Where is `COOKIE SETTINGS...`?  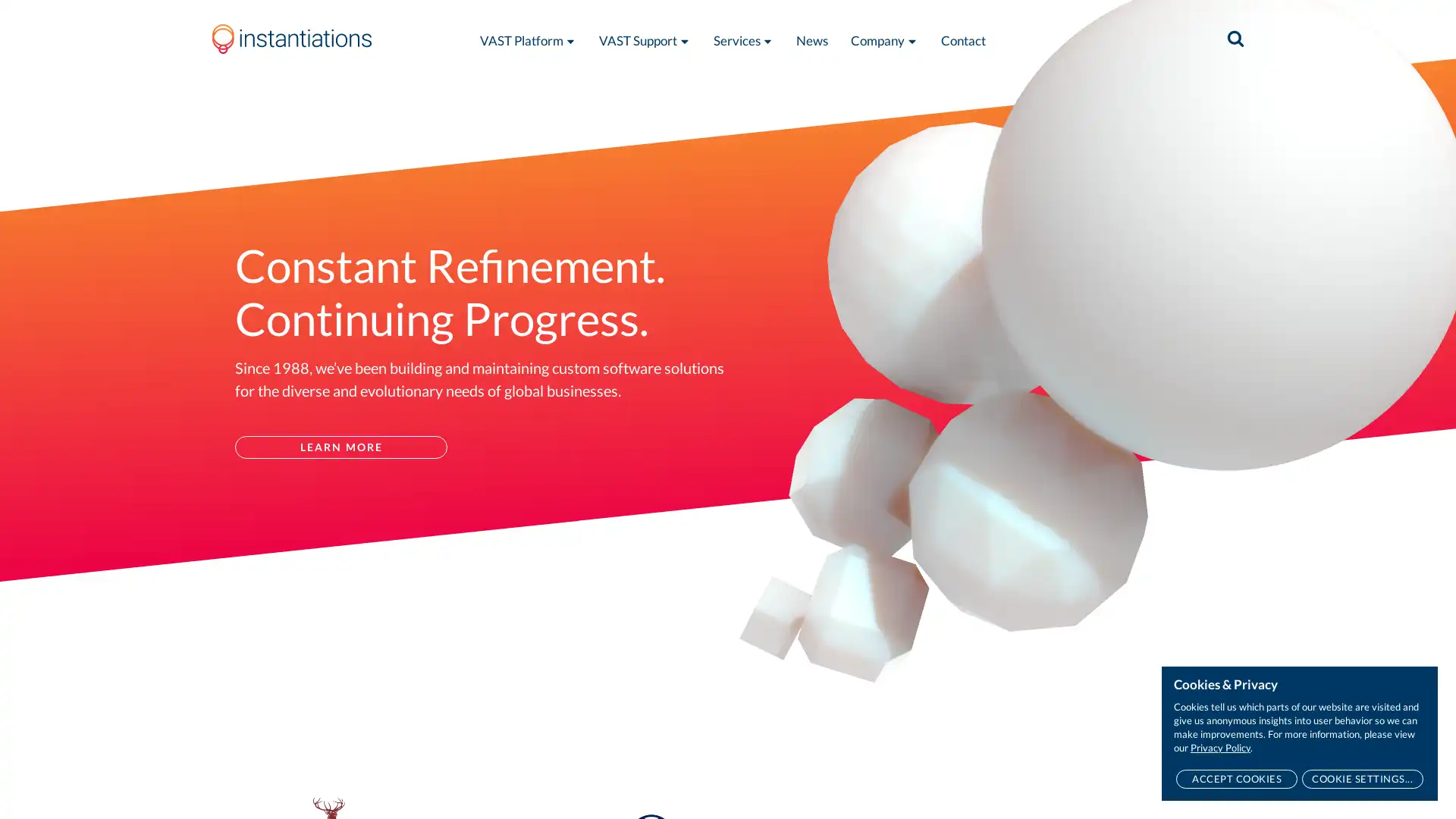
COOKIE SETTINGS... is located at coordinates (1362, 779).